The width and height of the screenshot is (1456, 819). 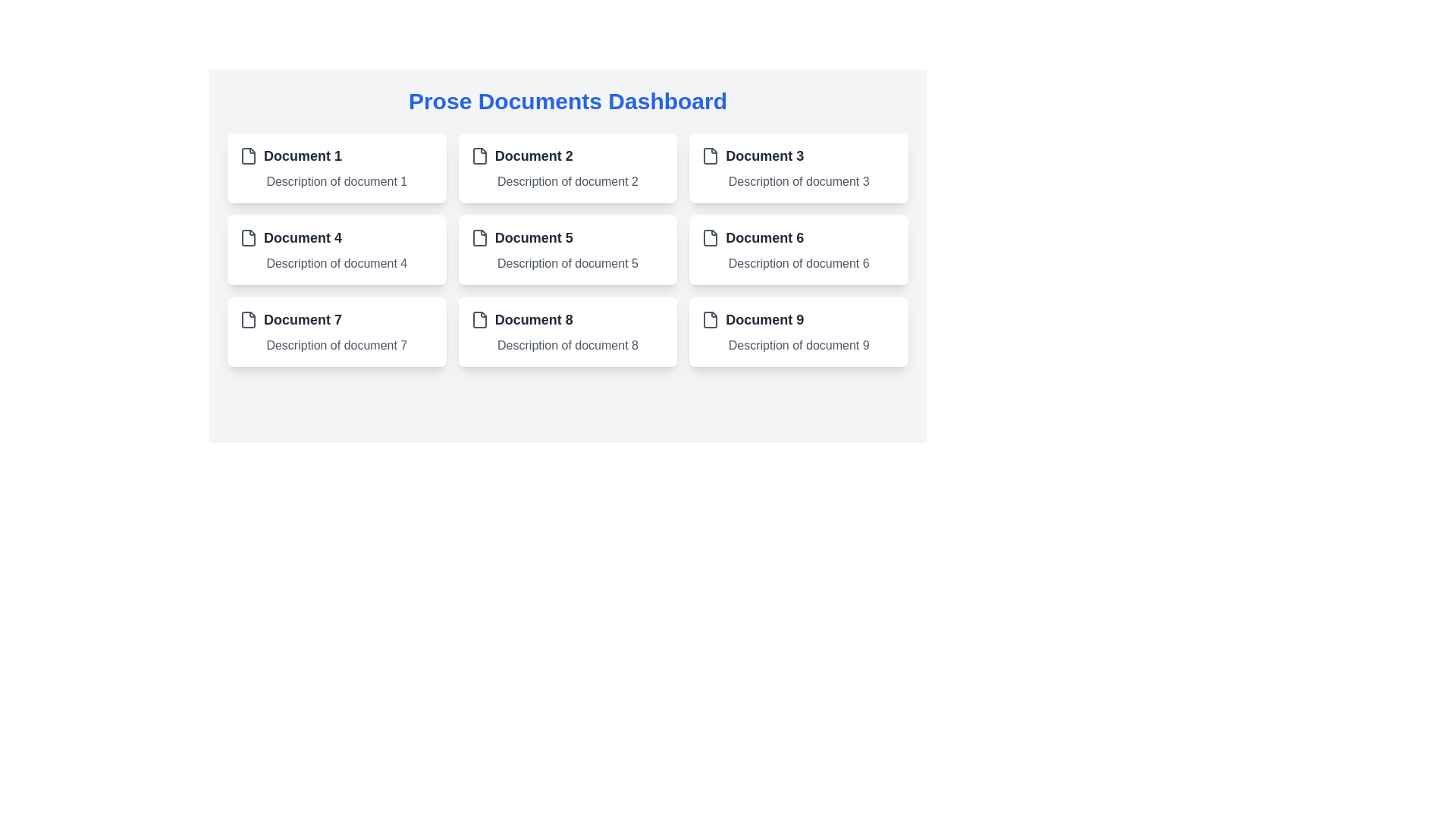 I want to click on the bold text label 'Document 2' which is accompanied by a small document icon, to associate with the document representation, so click(x=566, y=155).